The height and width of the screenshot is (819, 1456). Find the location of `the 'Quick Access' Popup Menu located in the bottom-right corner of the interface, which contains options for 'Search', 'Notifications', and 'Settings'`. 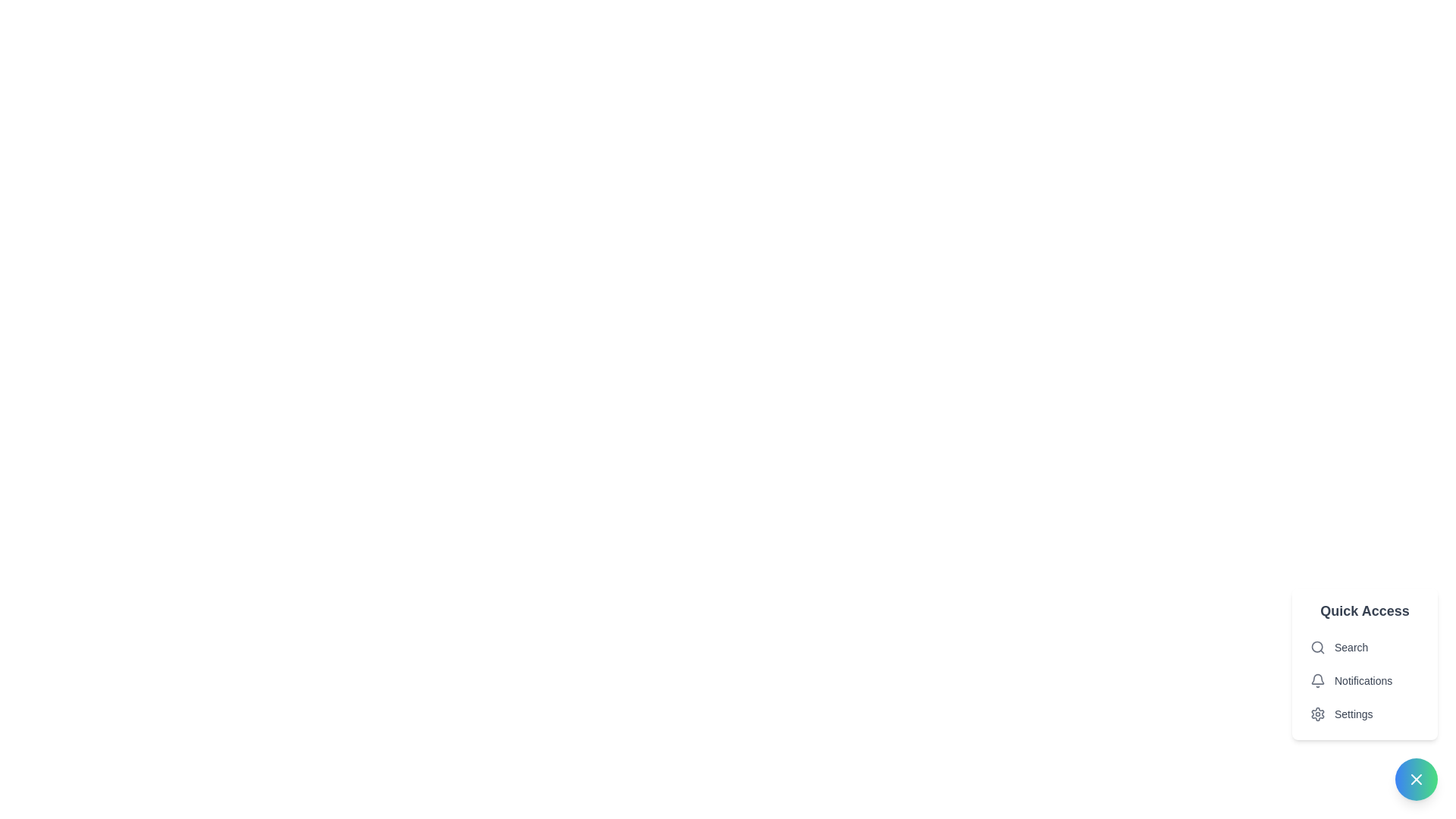

the 'Quick Access' Popup Menu located in the bottom-right corner of the interface, which contains options for 'Search', 'Notifications', and 'Settings' is located at coordinates (1365, 663).